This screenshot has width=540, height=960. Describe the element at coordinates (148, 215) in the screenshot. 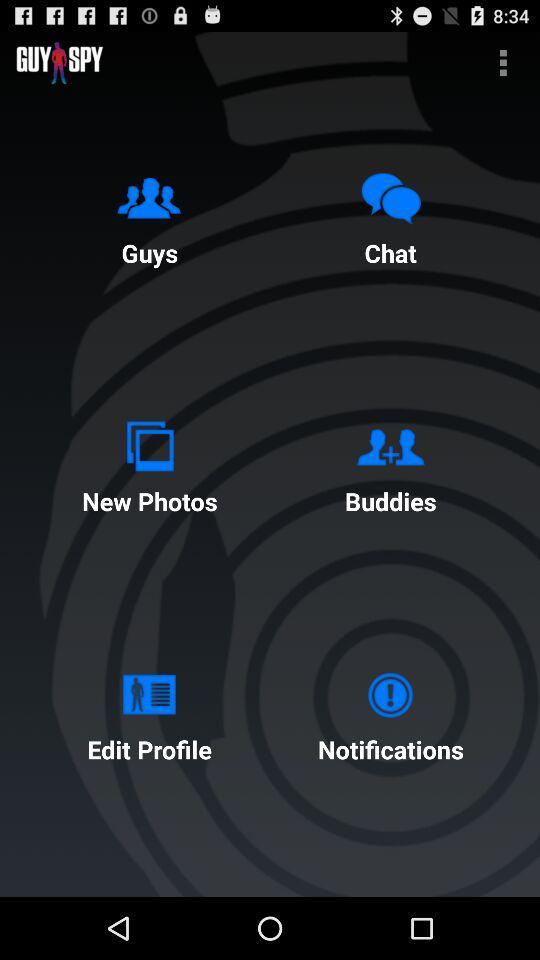

I see `the guys icon` at that location.